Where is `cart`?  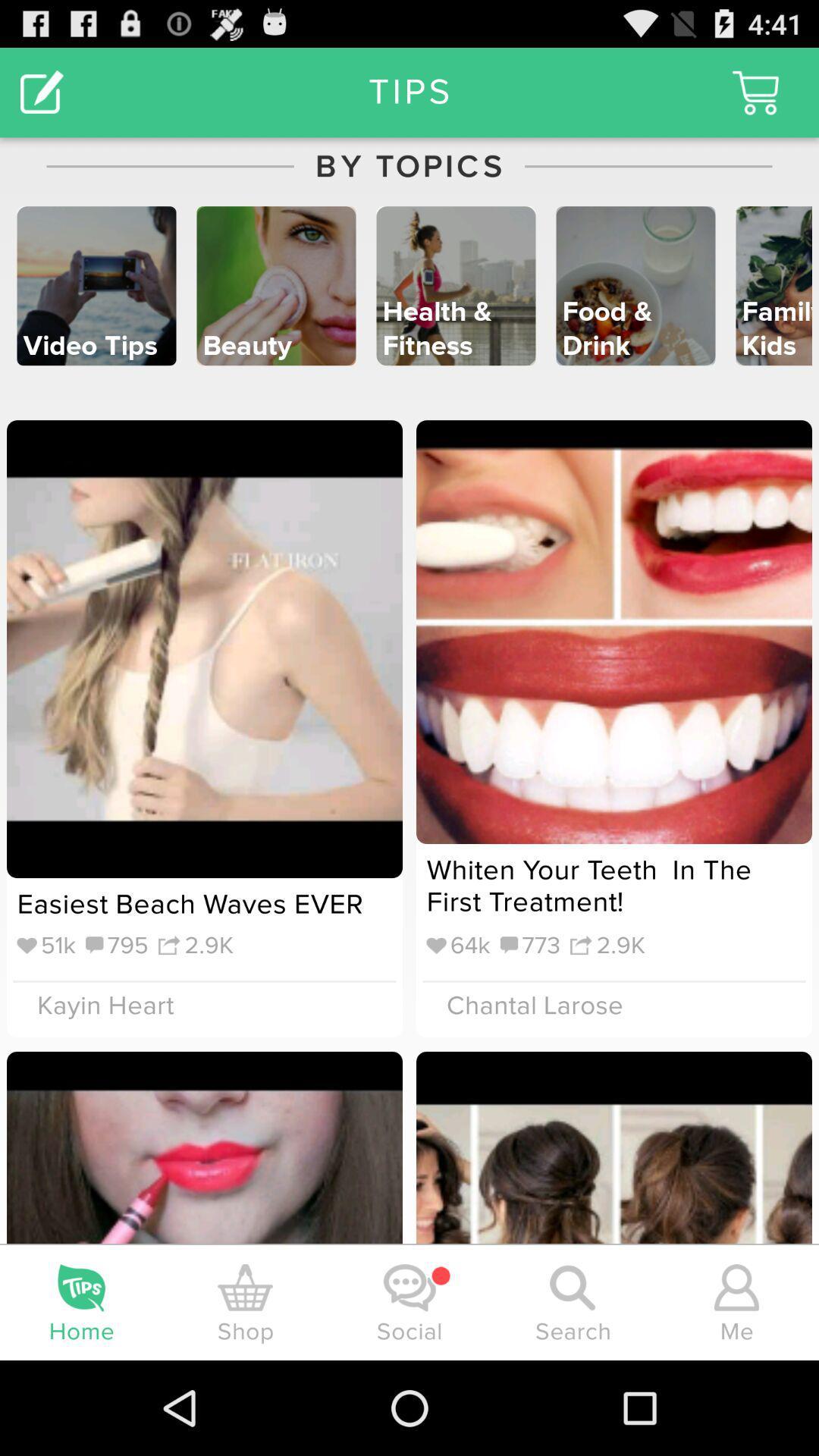 cart is located at coordinates (755, 92).